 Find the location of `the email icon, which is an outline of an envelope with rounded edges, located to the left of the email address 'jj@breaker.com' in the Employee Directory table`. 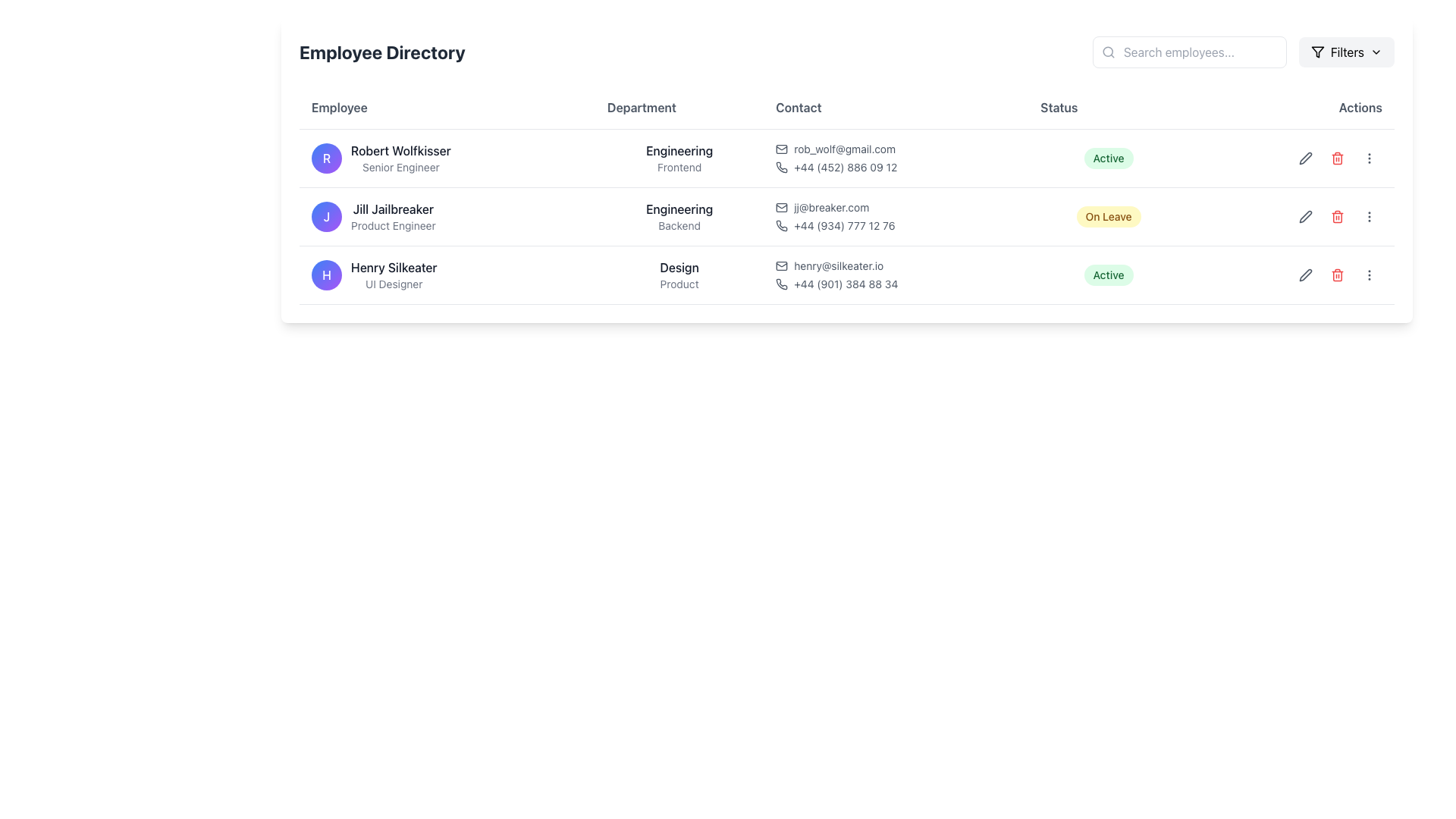

the email icon, which is an outline of an envelope with rounded edges, located to the left of the email address 'jj@breaker.com' in the Employee Directory table is located at coordinates (782, 207).